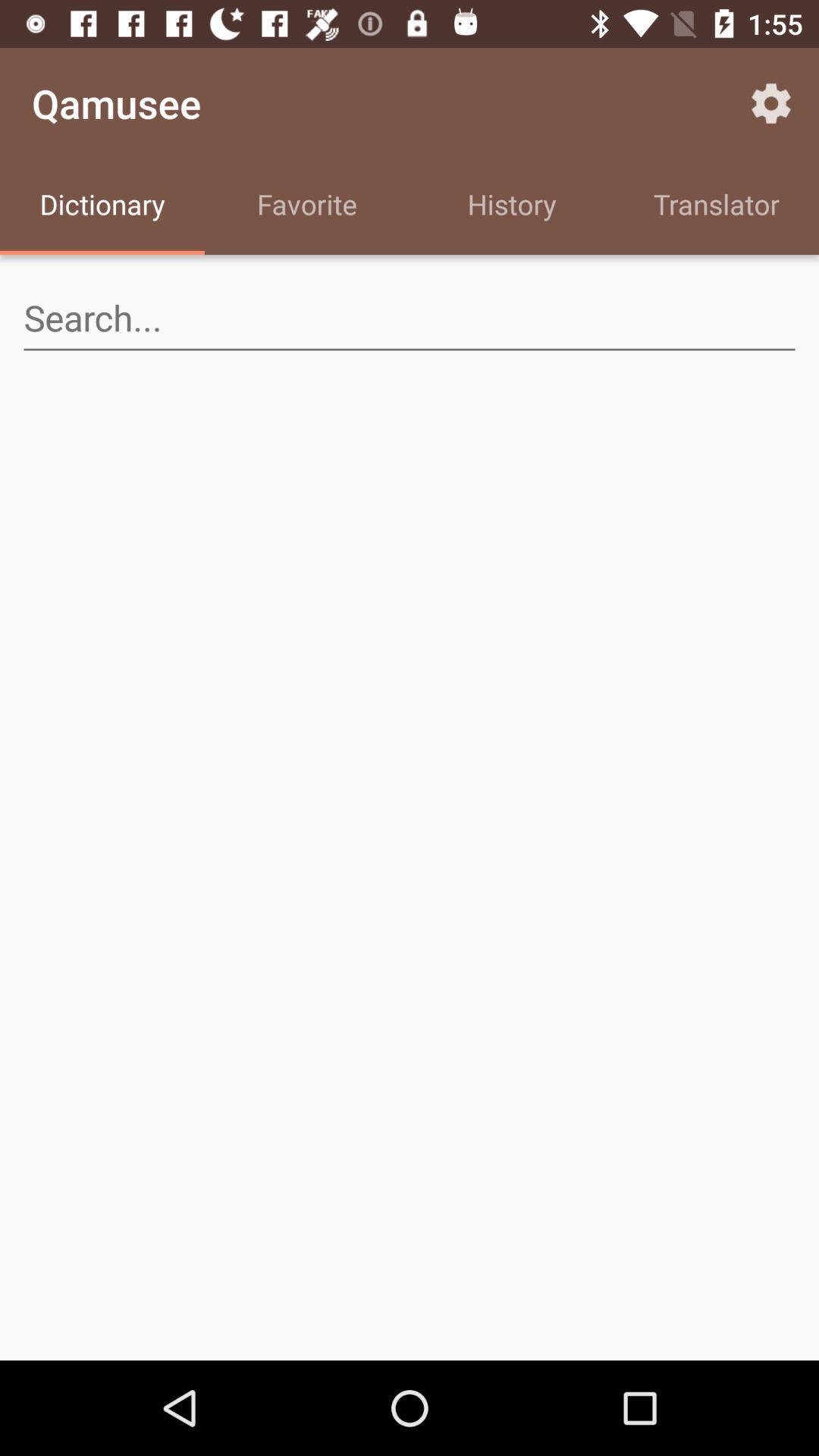 This screenshot has height=1456, width=819. What do you see at coordinates (409, 318) in the screenshot?
I see `search for an item` at bounding box center [409, 318].